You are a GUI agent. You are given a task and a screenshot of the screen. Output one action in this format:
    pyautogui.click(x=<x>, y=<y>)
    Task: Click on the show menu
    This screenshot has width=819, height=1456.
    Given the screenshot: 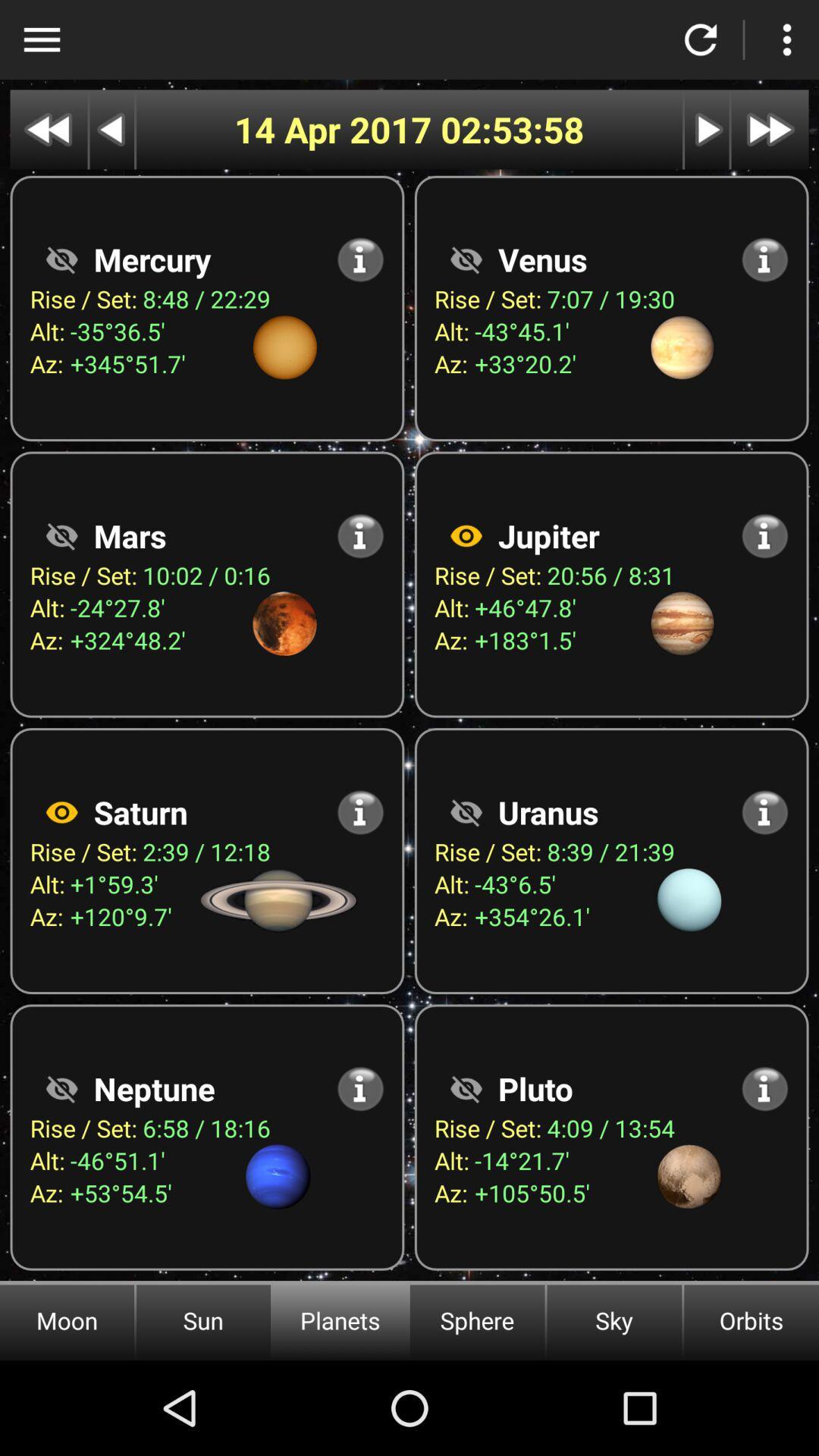 What is the action you would take?
    pyautogui.click(x=41, y=39)
    